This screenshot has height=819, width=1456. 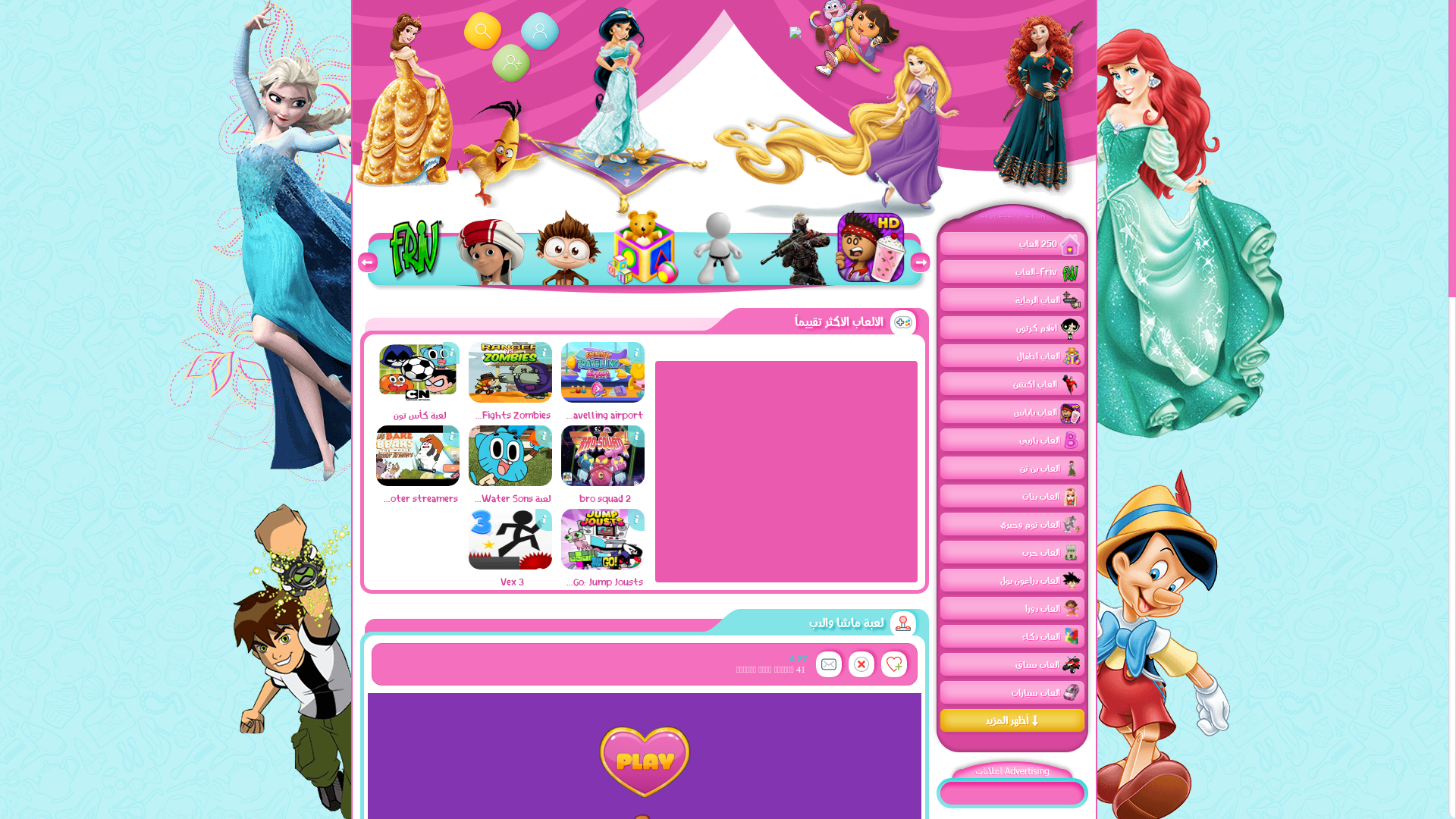 I want to click on 'Teen Titans Go: Jump Jousts', so click(x=560, y=565).